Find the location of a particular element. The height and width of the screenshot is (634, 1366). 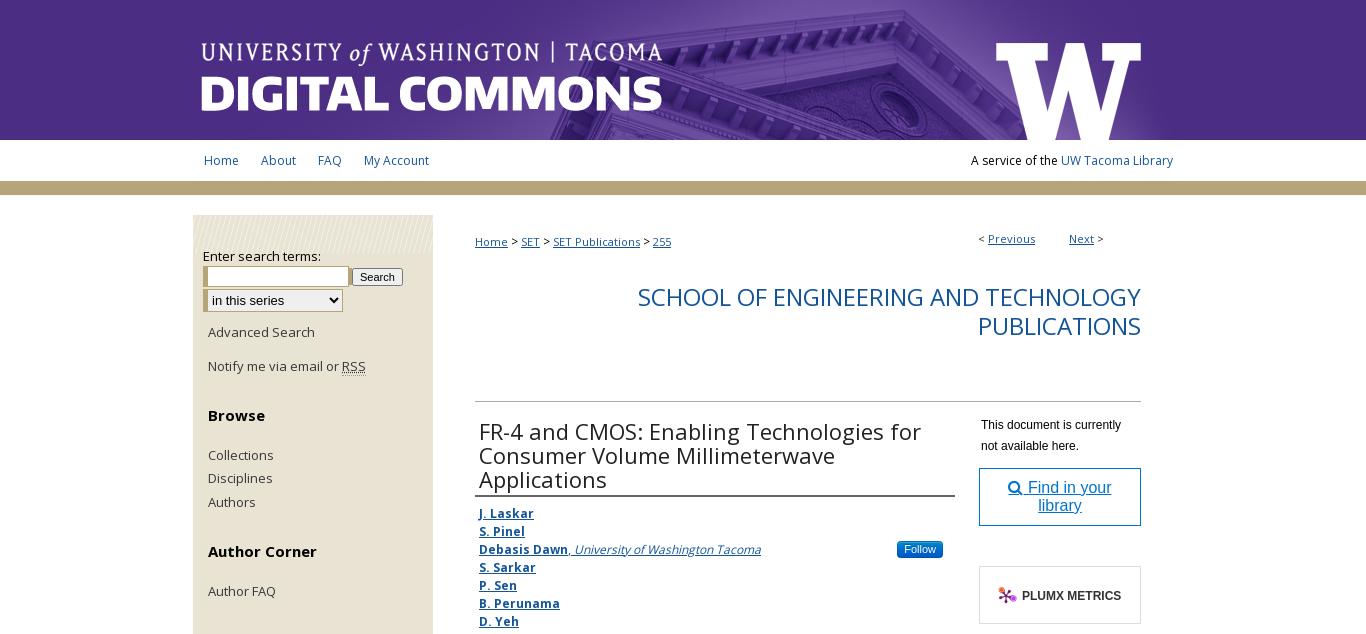

'SET' is located at coordinates (530, 240).